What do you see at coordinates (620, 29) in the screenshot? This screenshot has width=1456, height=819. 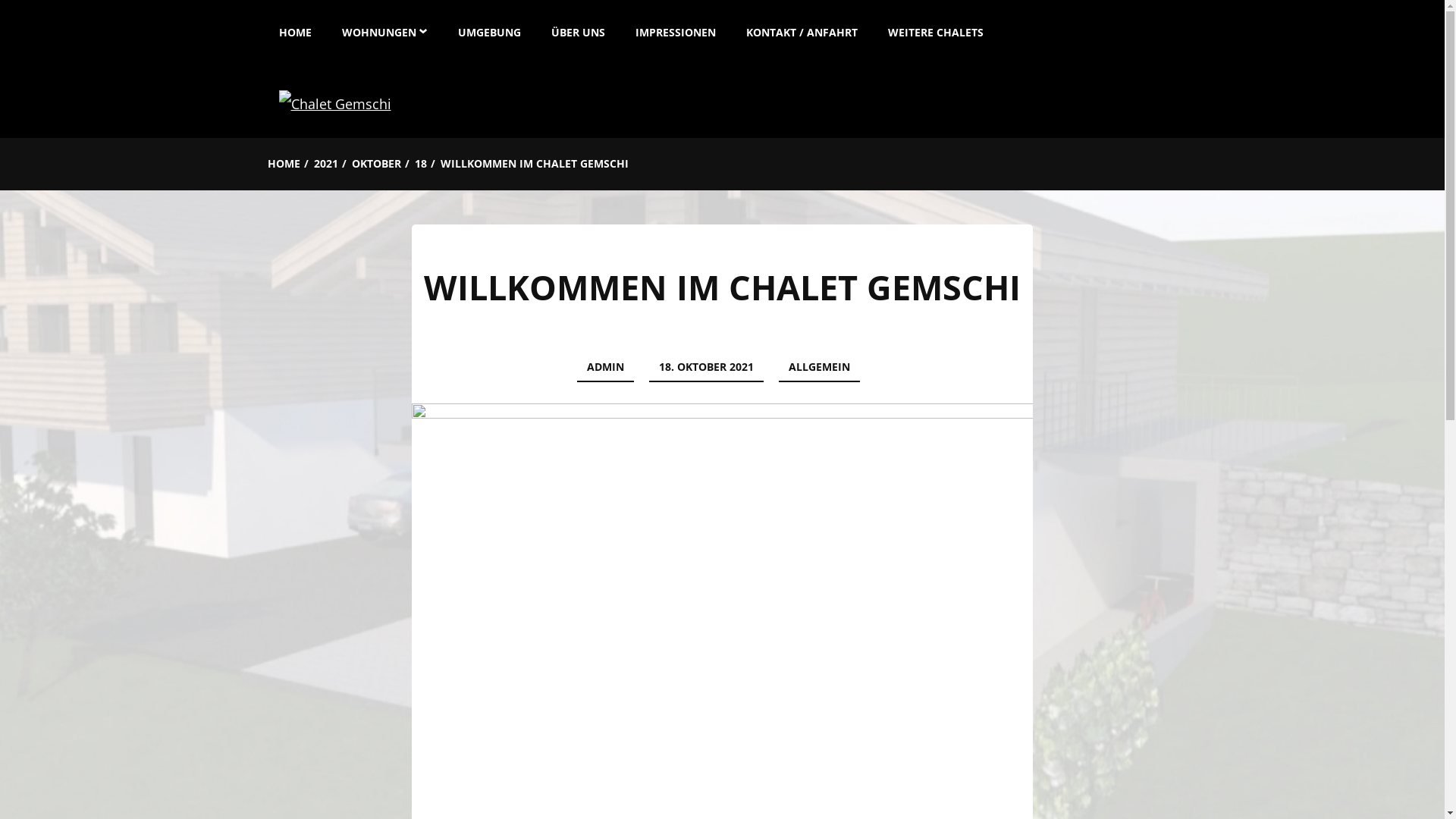 I see `'IMPRESSIONEN'` at bounding box center [620, 29].